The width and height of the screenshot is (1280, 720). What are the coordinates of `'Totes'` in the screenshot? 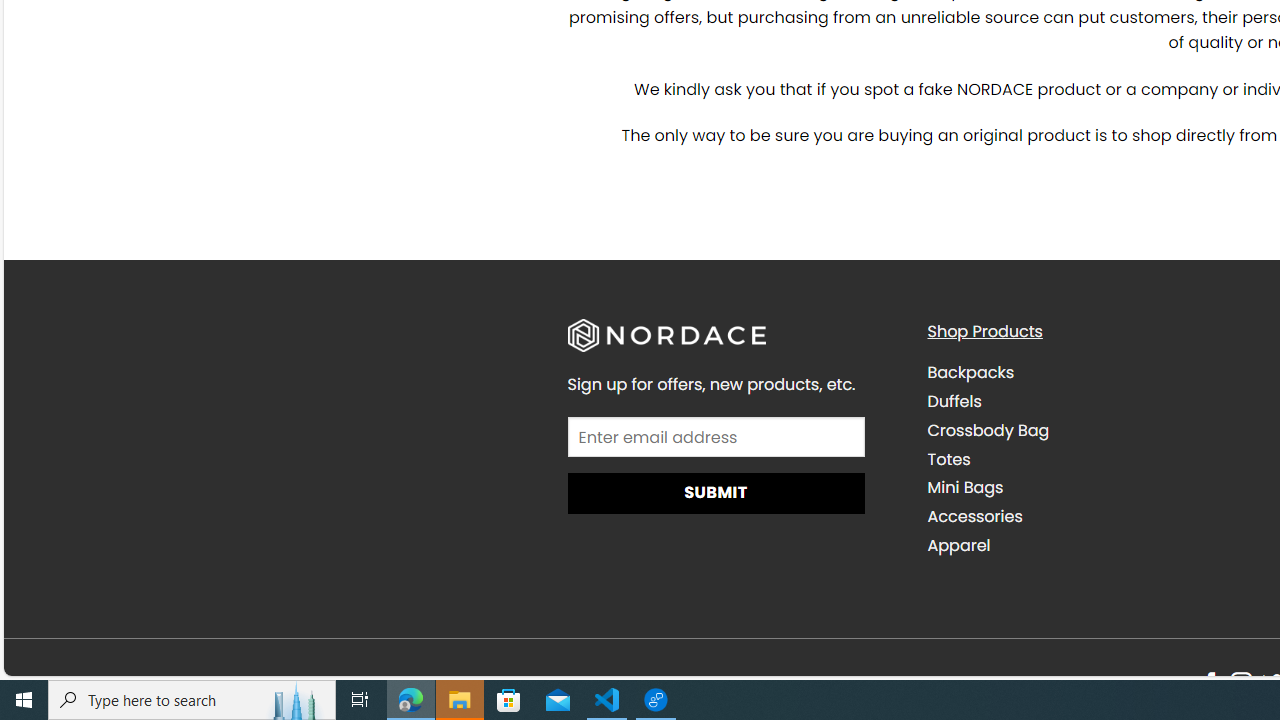 It's located at (1091, 459).